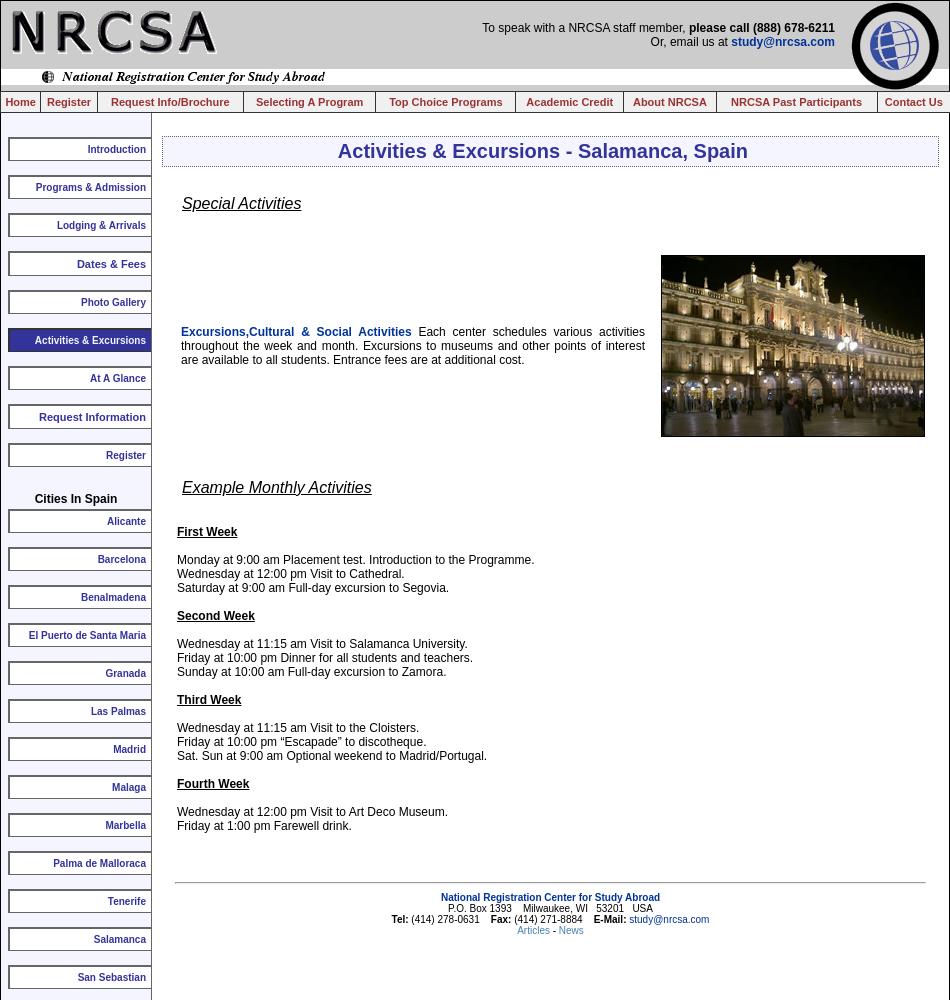 This screenshot has height=1000, width=950. What do you see at coordinates (388, 101) in the screenshot?
I see `'Top Choice Programs'` at bounding box center [388, 101].